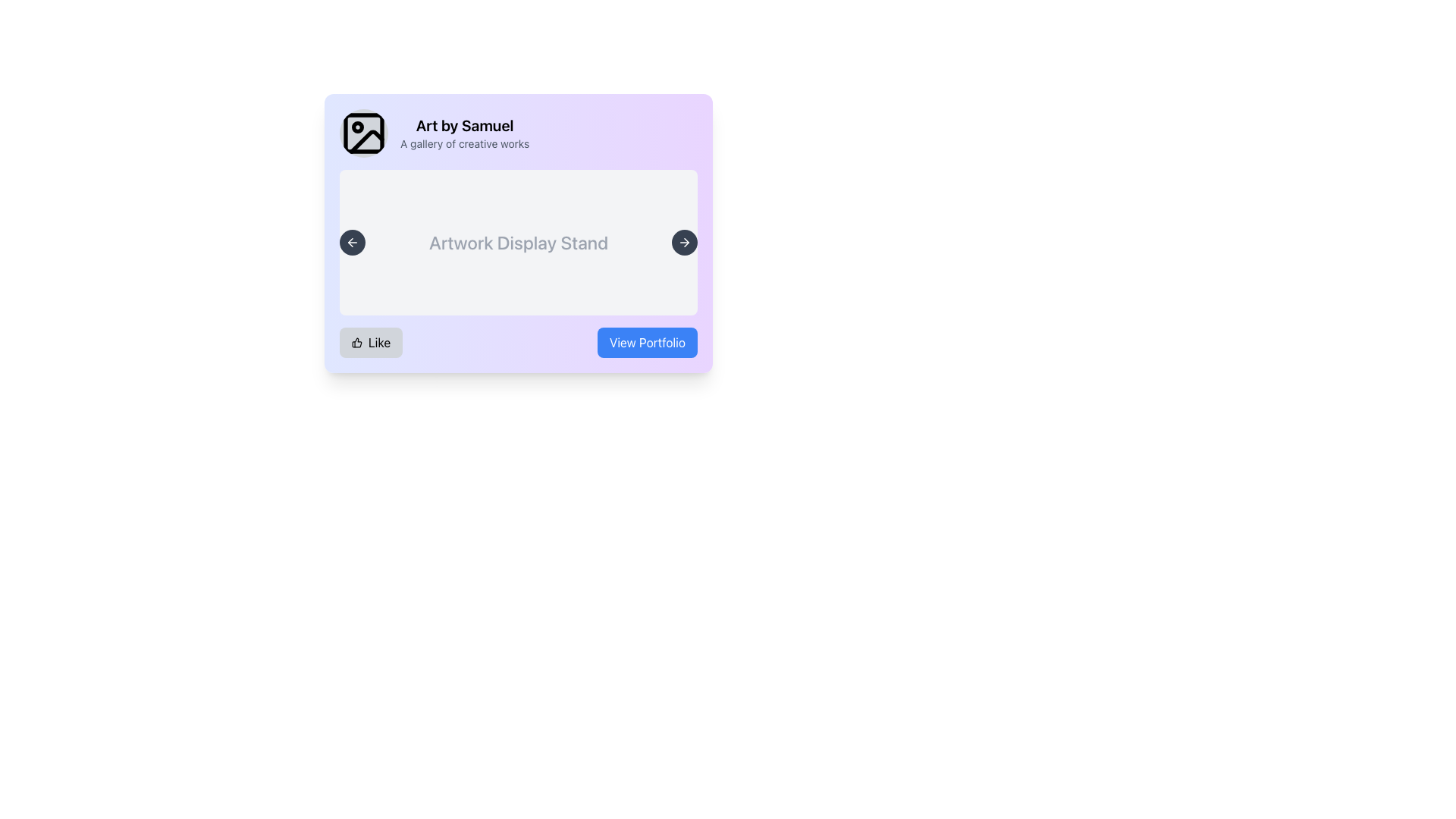 This screenshot has height=819, width=1456. I want to click on the navigation button located in the right-center part of the 'Artwork Display Stand' card to observe any hover effects, so click(683, 242).